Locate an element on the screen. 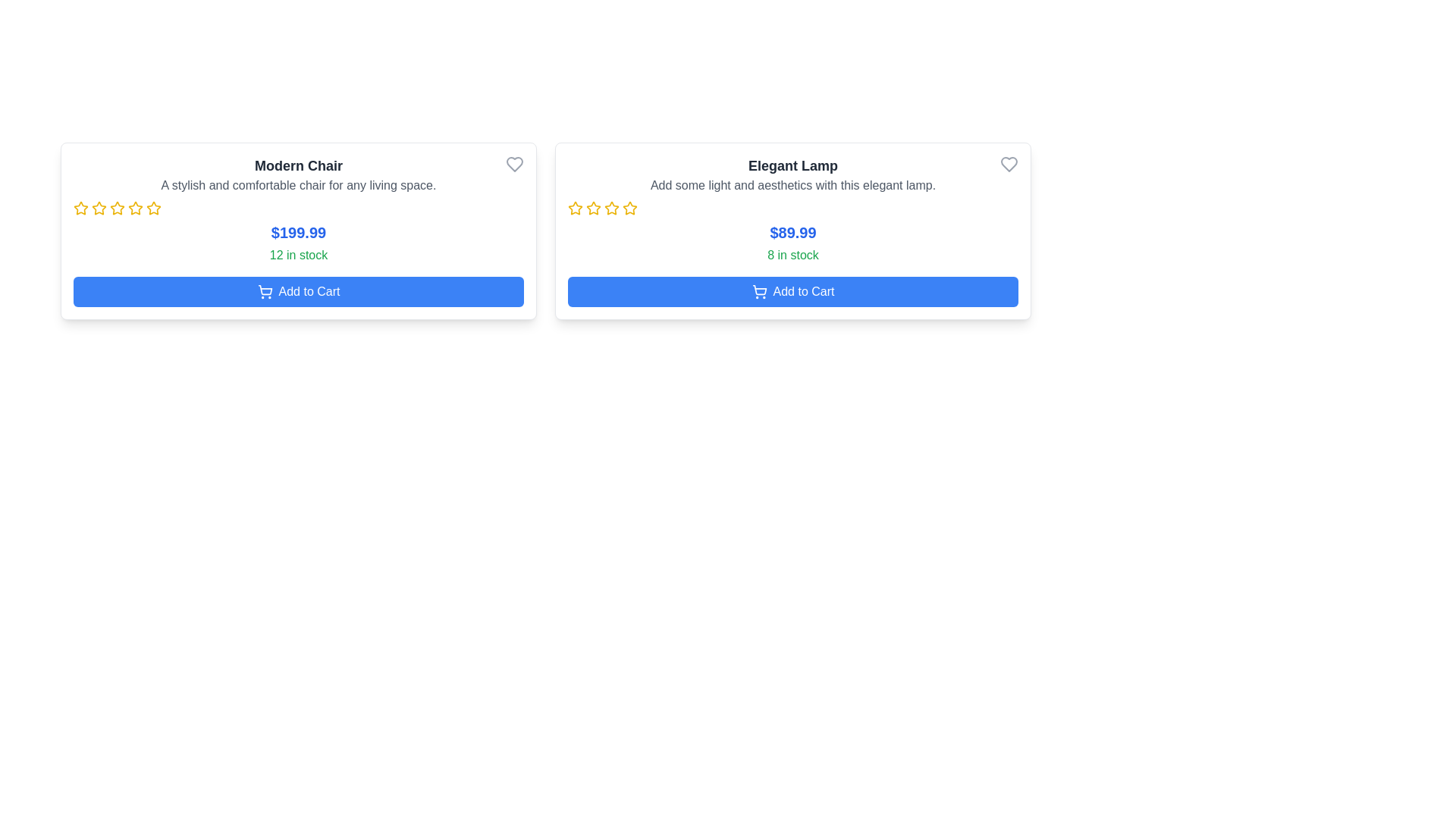  the fifth Rating Star Icon that visually represents a rating option for the product 'Modern Chair', located below the product title and above the price information is located at coordinates (135, 208).